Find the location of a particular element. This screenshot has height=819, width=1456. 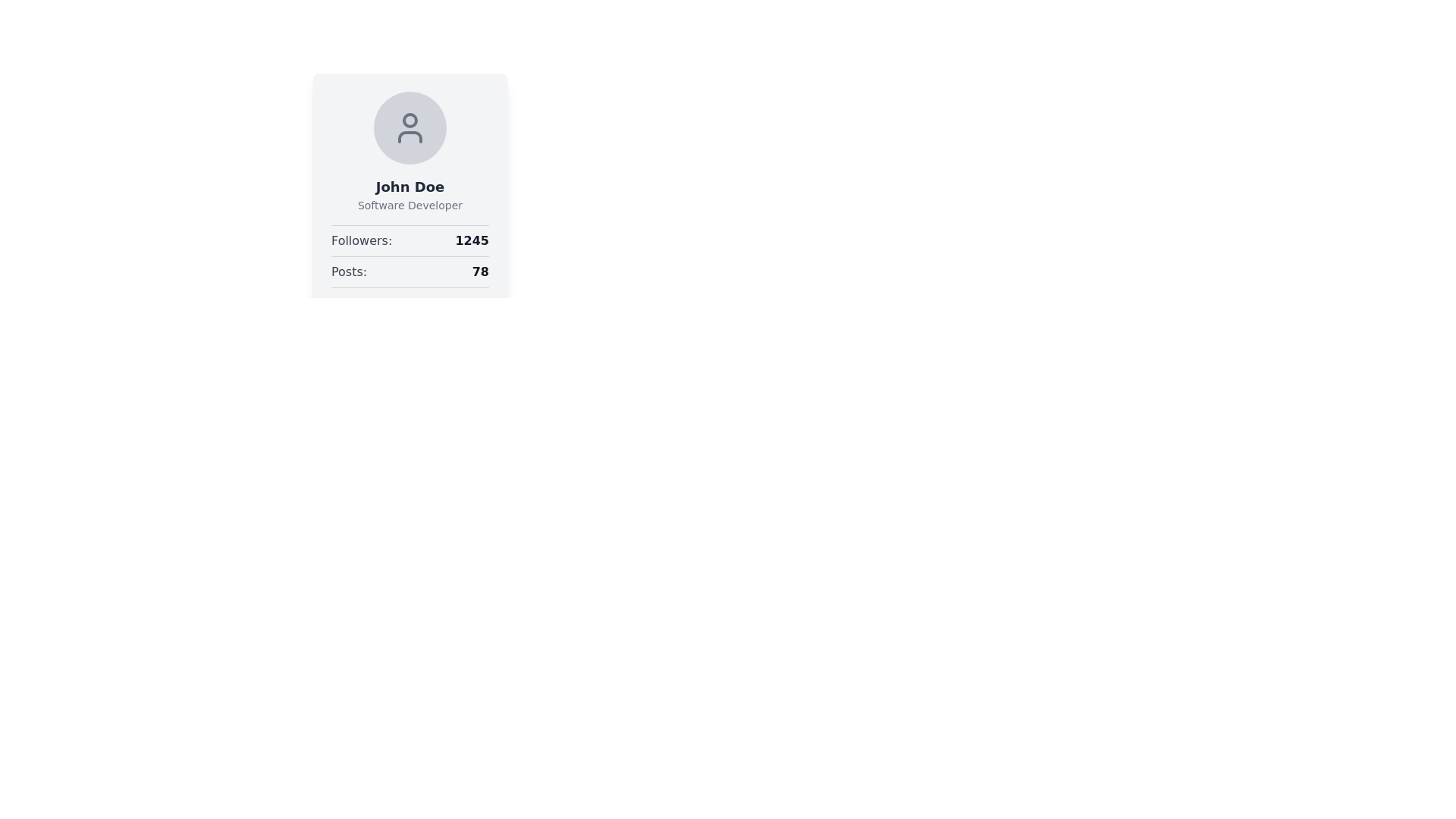

the text label that describes the professional title or occupation of the individual in the profile card, positioned below 'John Doe' and above 'Followers' and 'Posts' is located at coordinates (410, 205).